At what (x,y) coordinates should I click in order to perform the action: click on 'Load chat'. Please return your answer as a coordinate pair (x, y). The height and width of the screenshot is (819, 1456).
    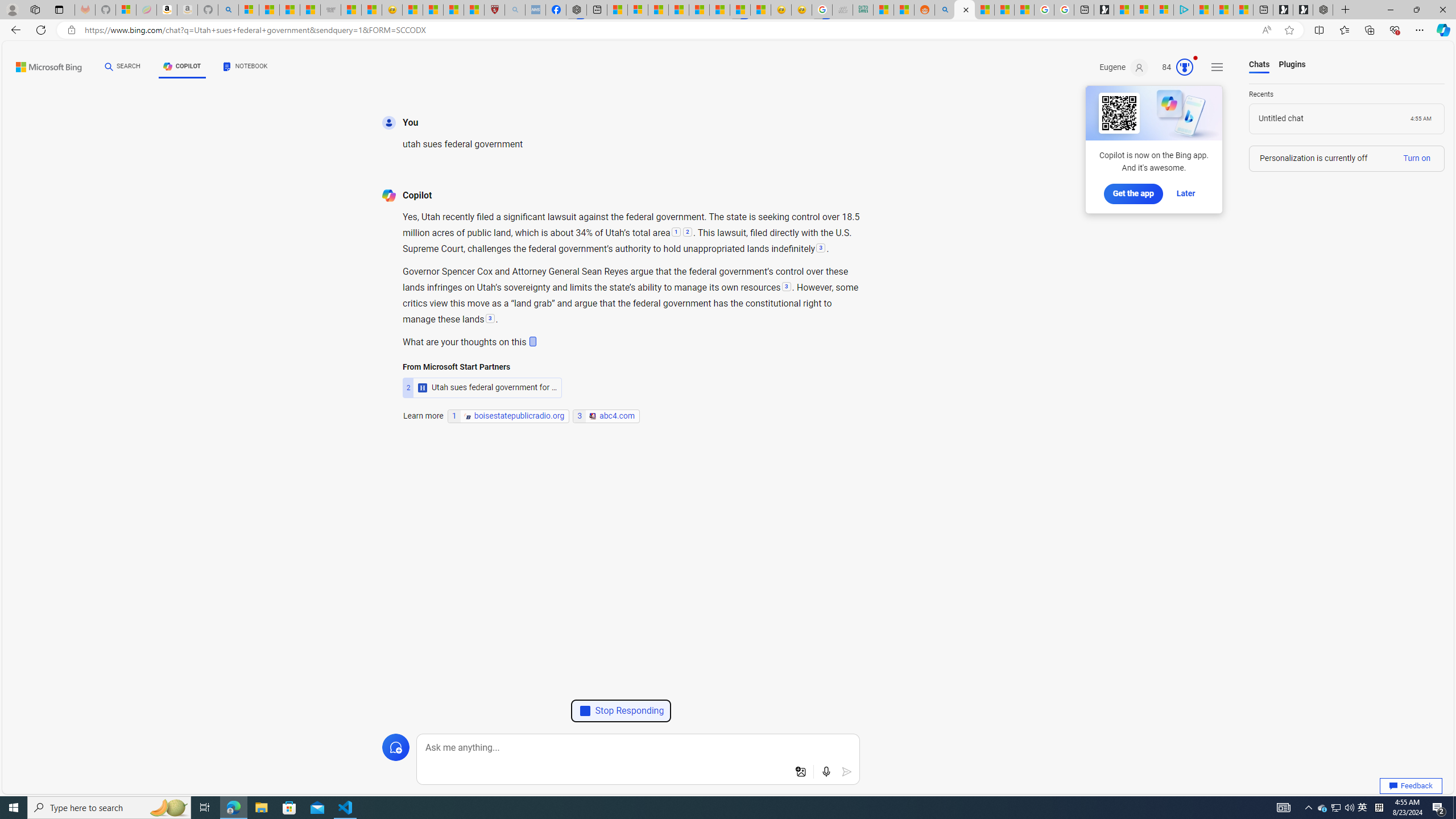
    Looking at the image, I should click on (1347, 118).